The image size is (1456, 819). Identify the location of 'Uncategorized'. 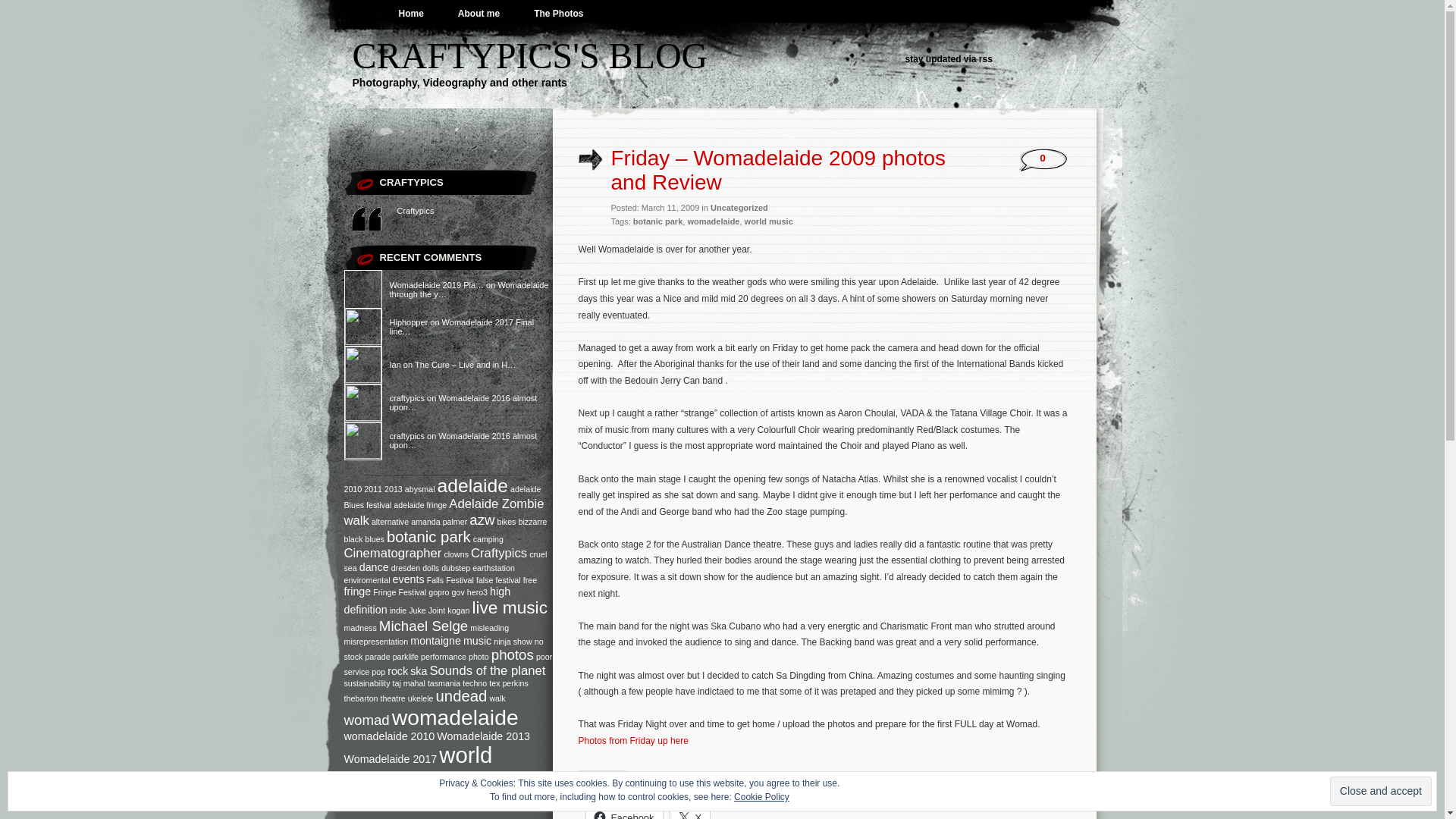
(709, 207).